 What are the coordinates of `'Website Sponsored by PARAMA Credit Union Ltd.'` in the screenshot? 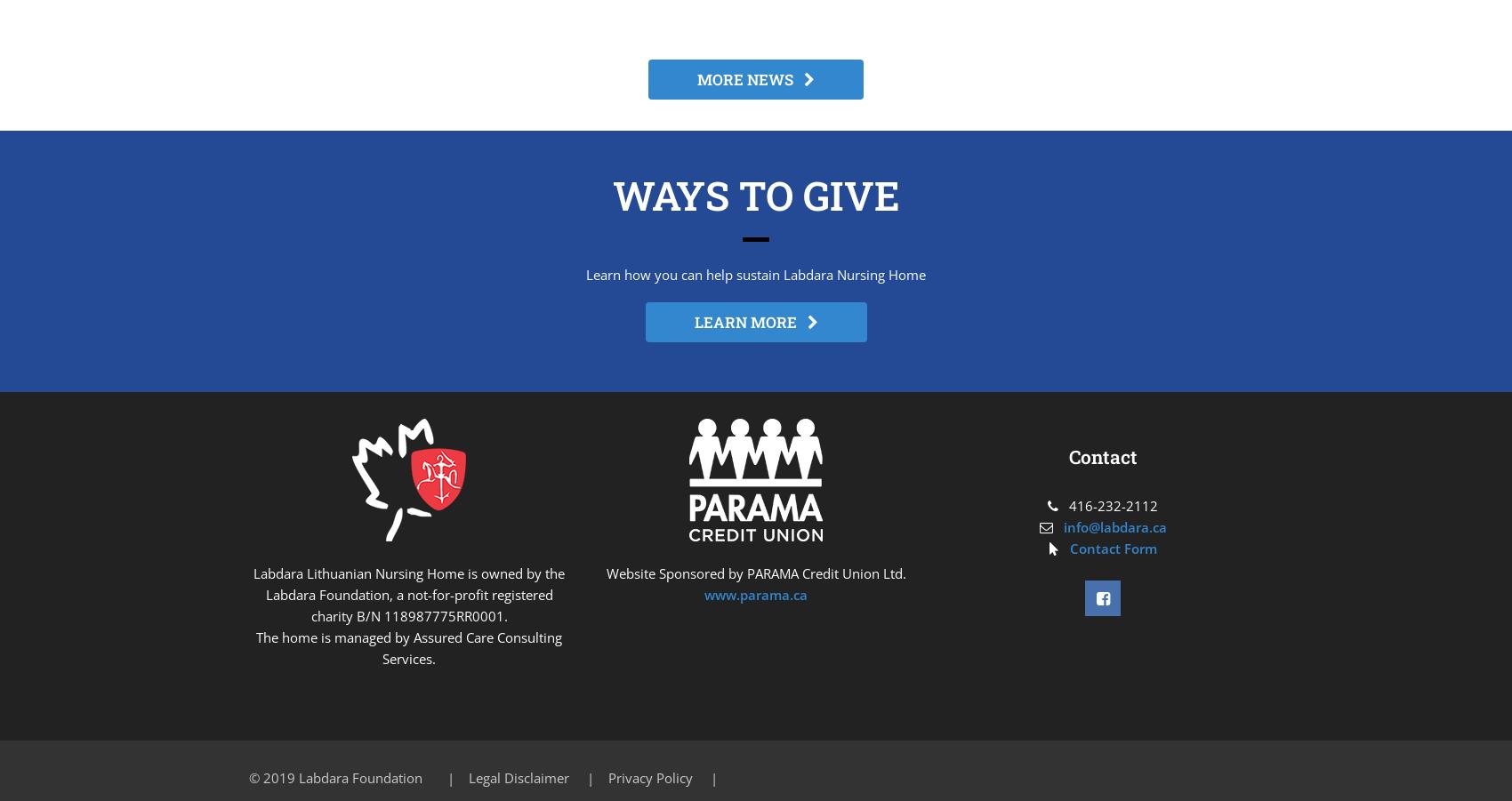 It's located at (754, 573).